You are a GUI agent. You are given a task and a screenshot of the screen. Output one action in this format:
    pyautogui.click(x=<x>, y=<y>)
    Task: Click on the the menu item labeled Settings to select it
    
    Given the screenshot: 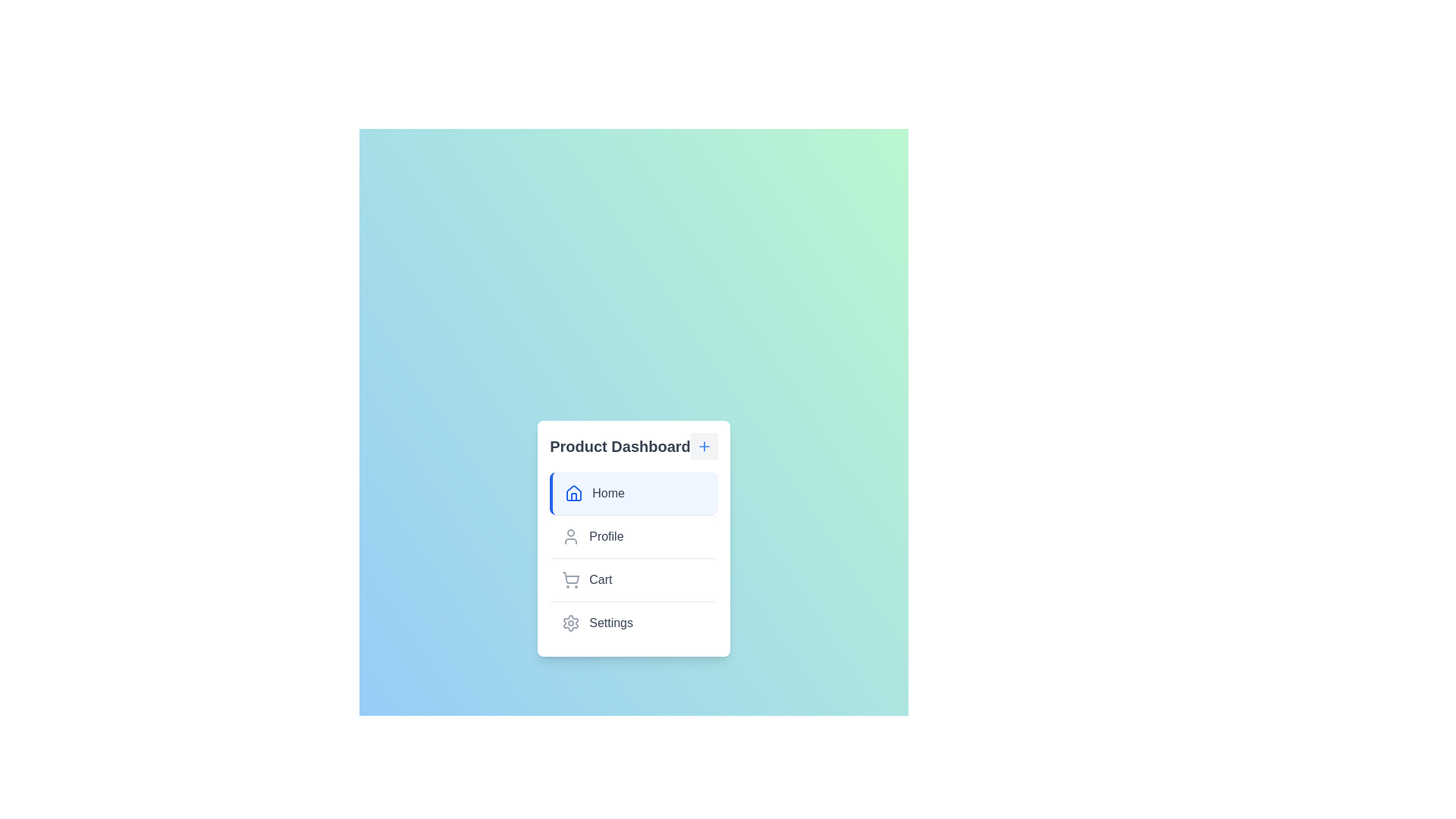 What is the action you would take?
    pyautogui.click(x=633, y=623)
    